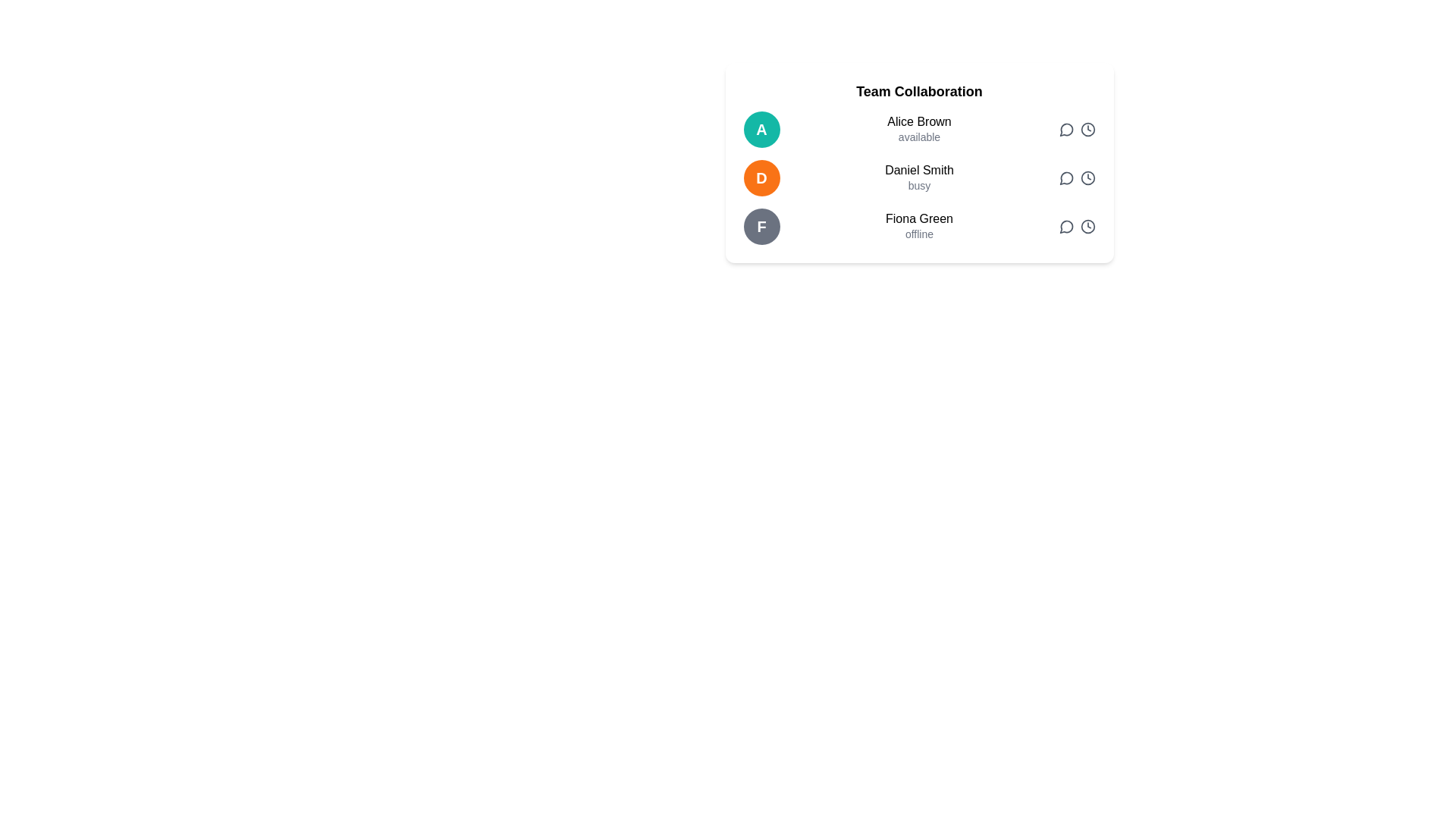 This screenshot has width=1456, height=819. What do you see at coordinates (918, 170) in the screenshot?
I see `the text label displaying 'Daniel Smith' to possibly view additional information` at bounding box center [918, 170].